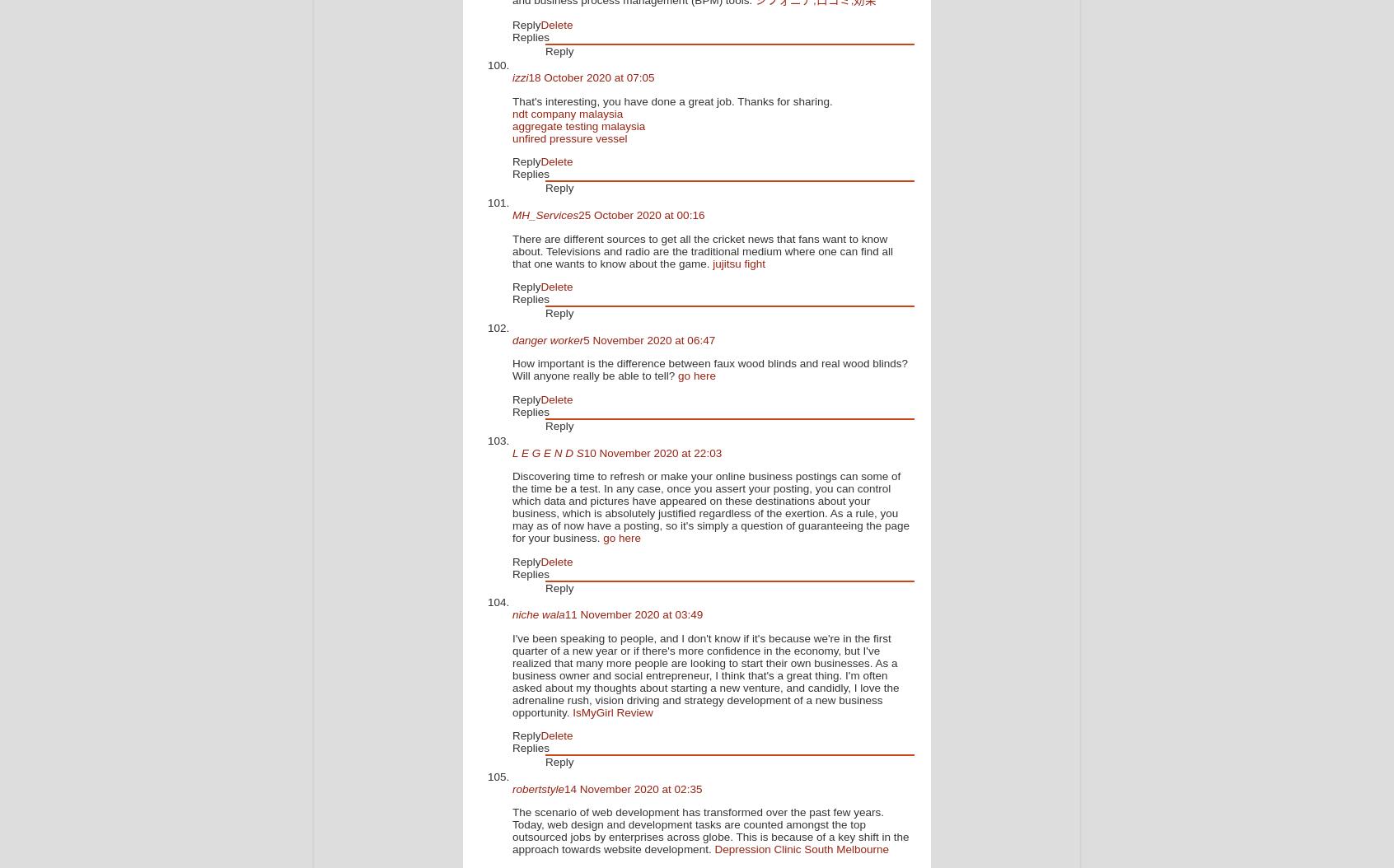  Describe the element at coordinates (704, 674) in the screenshot. I see `'I've been speaking to people, and I don't know if it's because we're in the first quarter of a new year or if there's more confidence in the economy, but I've realized that many more people are looking to start their own businesses. As a business owner and social entrepreneur, I think that's a great thing. I'm often asked about my thoughts about starting a new venture, and candidly, I love the adrenaline rush, vision driving and strategy development of a new business opportunity.'` at that location.